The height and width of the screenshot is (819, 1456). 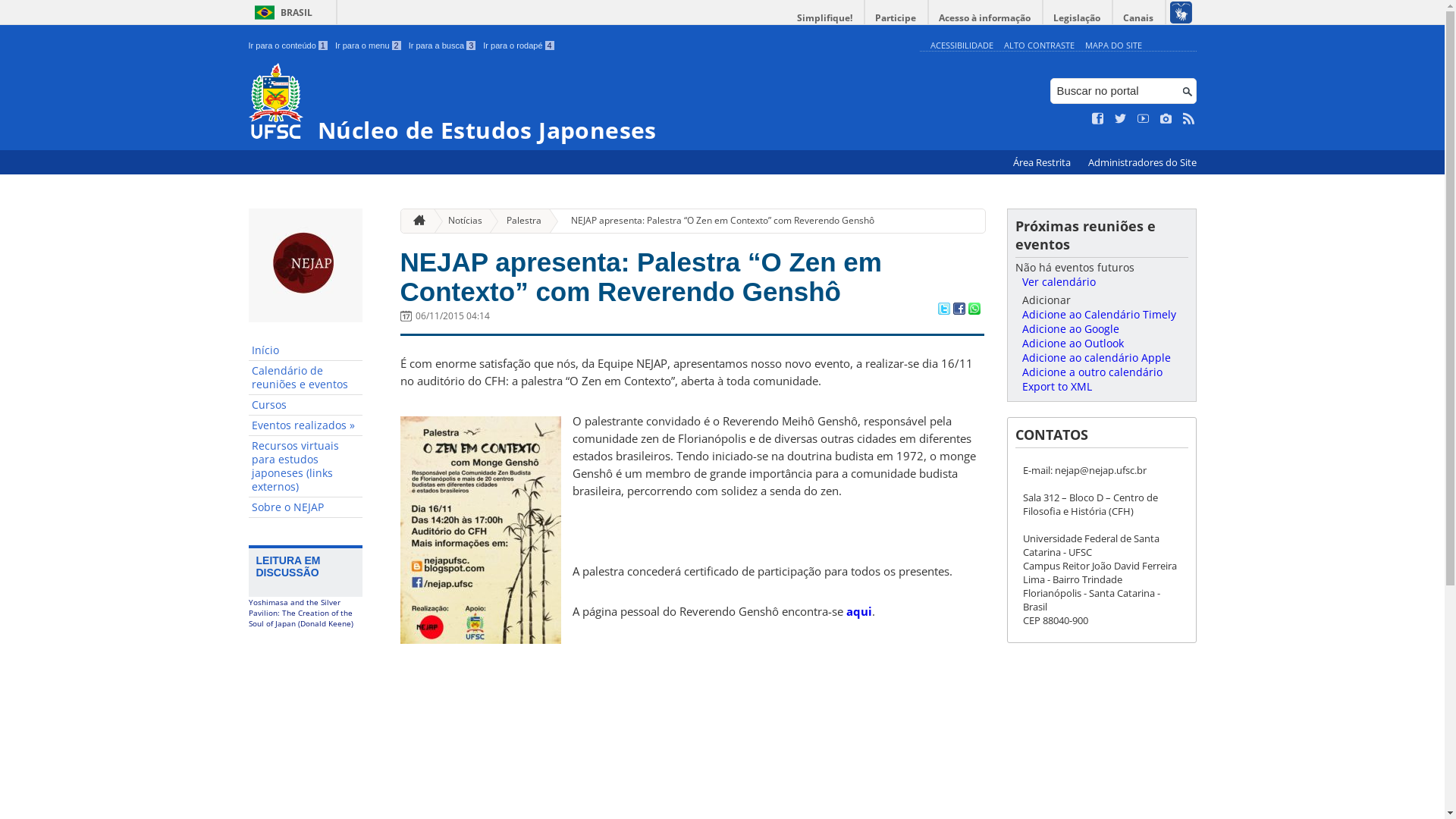 What do you see at coordinates (1069, 328) in the screenshot?
I see `'Adicione ao Google'` at bounding box center [1069, 328].